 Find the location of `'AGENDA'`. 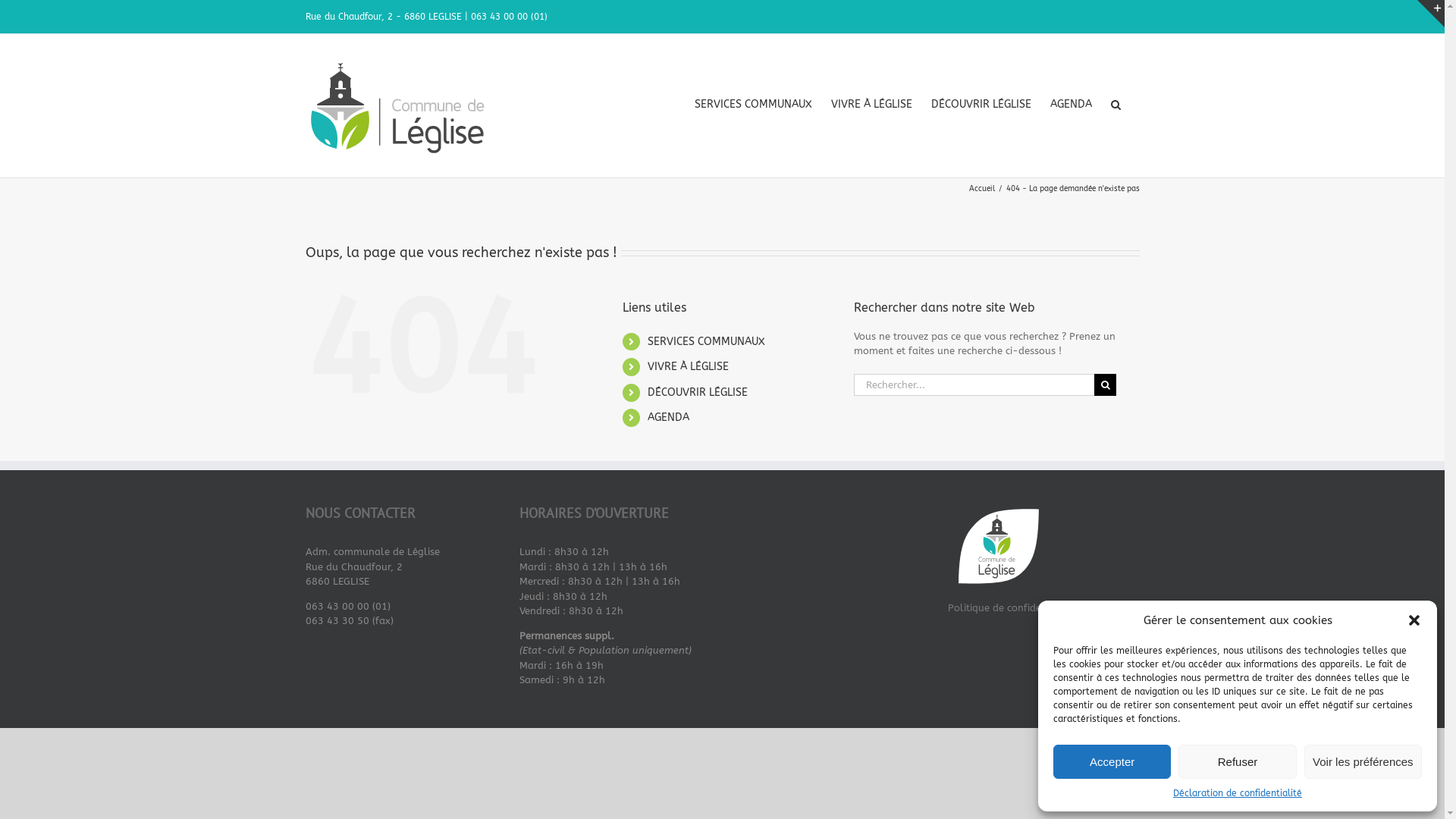

'AGENDA' is located at coordinates (667, 417).